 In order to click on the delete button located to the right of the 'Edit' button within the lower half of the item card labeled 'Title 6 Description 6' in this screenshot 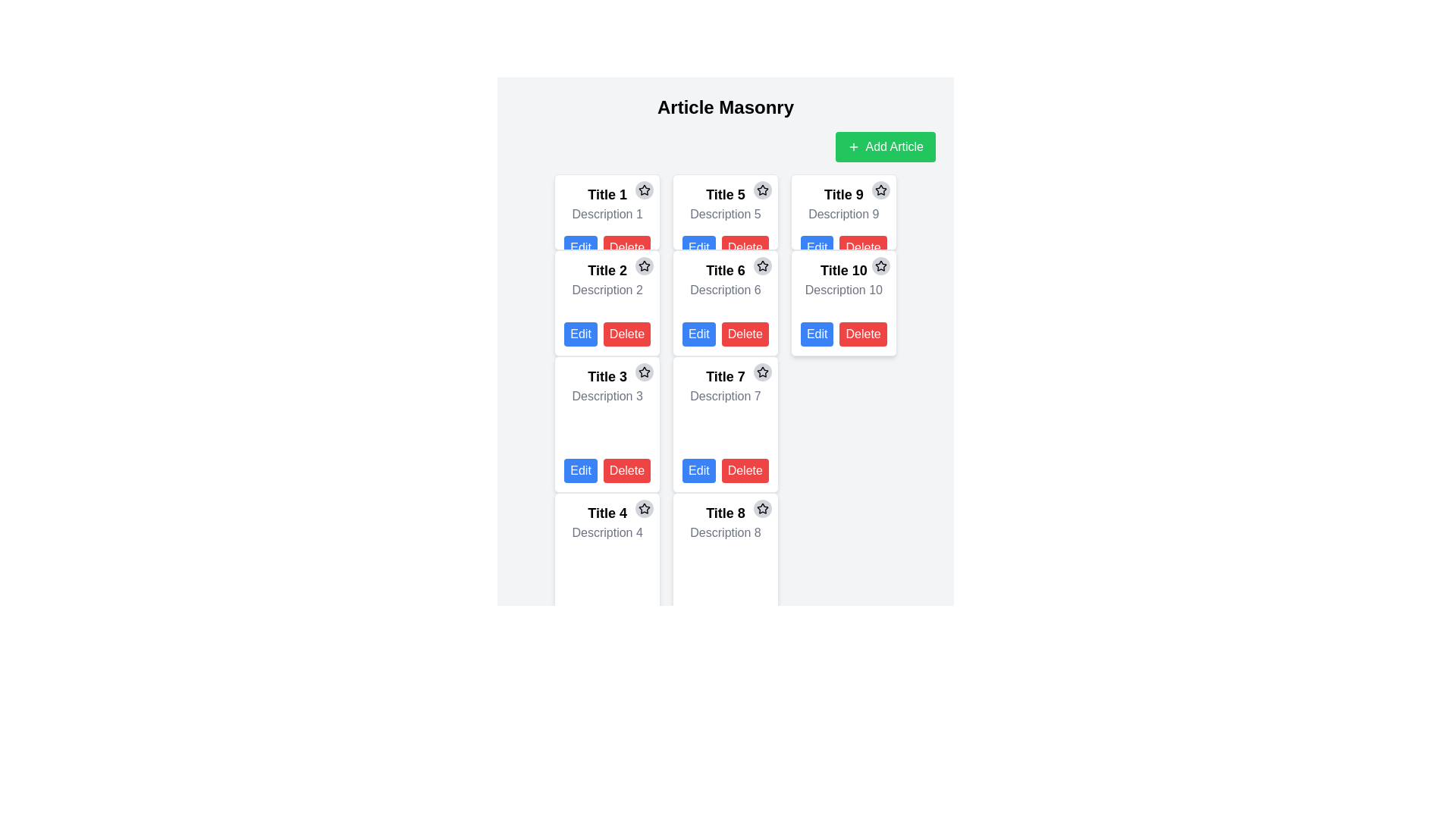, I will do `click(745, 470)`.